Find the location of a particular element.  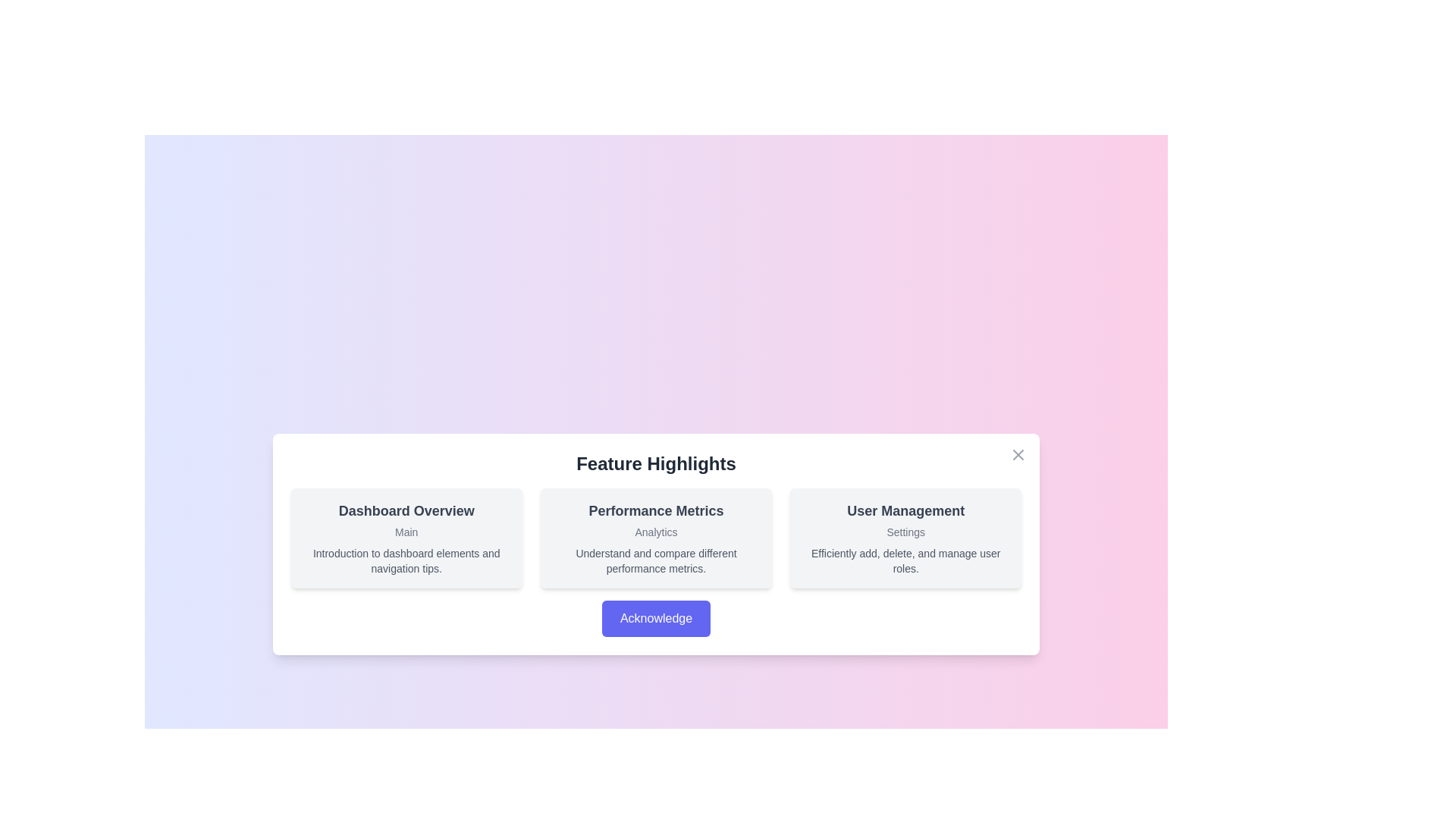

the 'Acknowledge' button to confirm the dialog contents is located at coordinates (655, 619).